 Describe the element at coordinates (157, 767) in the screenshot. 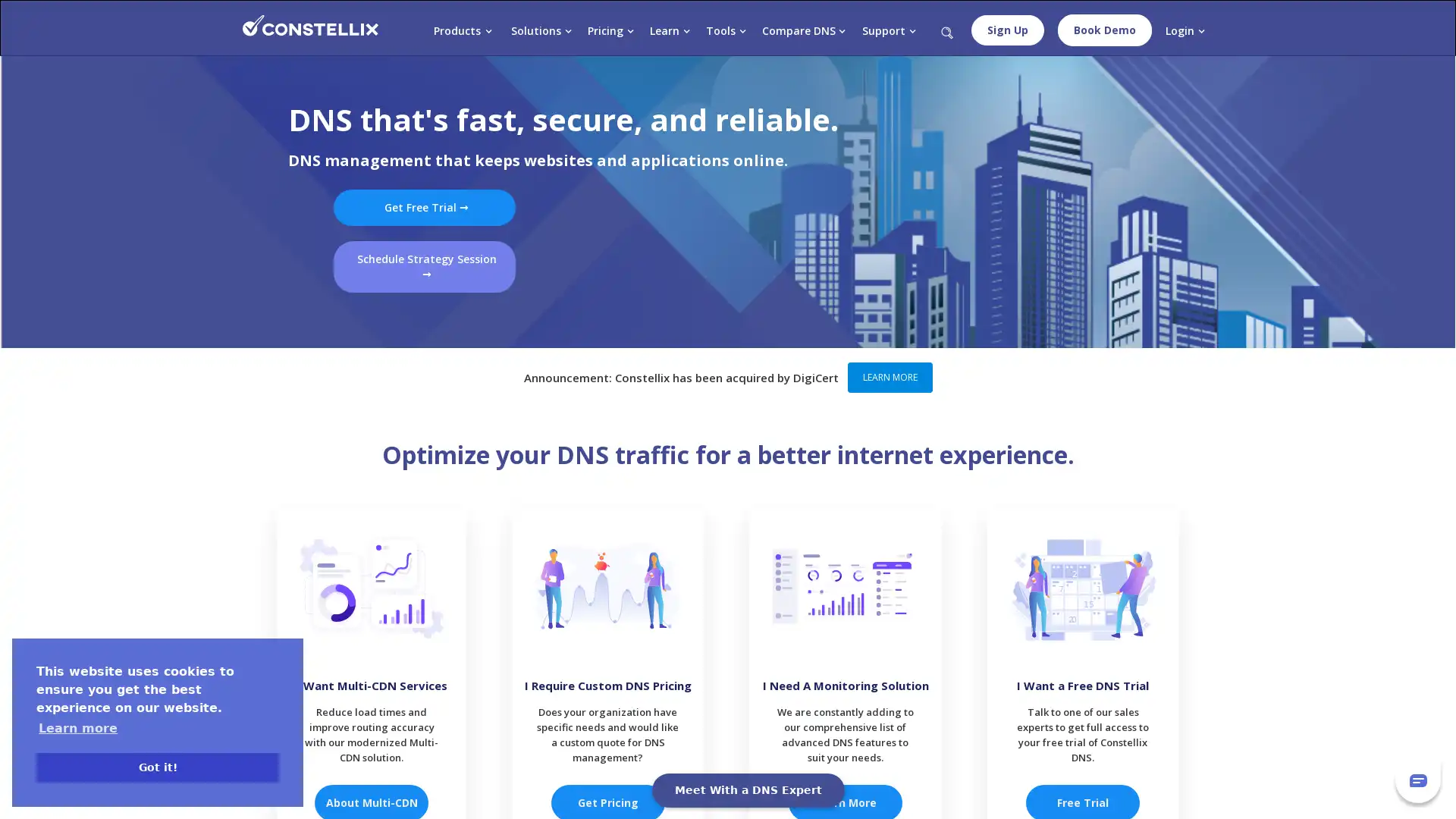

I see `dismiss cookie message` at that location.